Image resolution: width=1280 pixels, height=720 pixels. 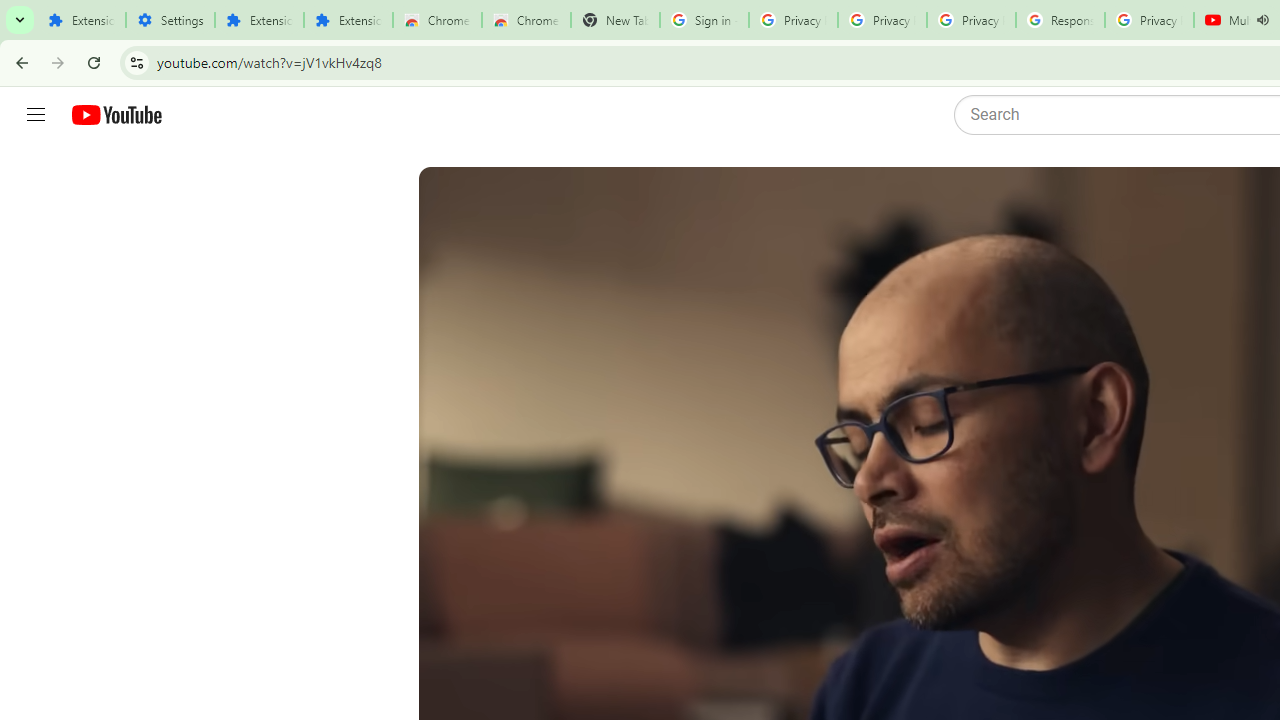 I want to click on 'Mute tab', so click(x=1261, y=20).